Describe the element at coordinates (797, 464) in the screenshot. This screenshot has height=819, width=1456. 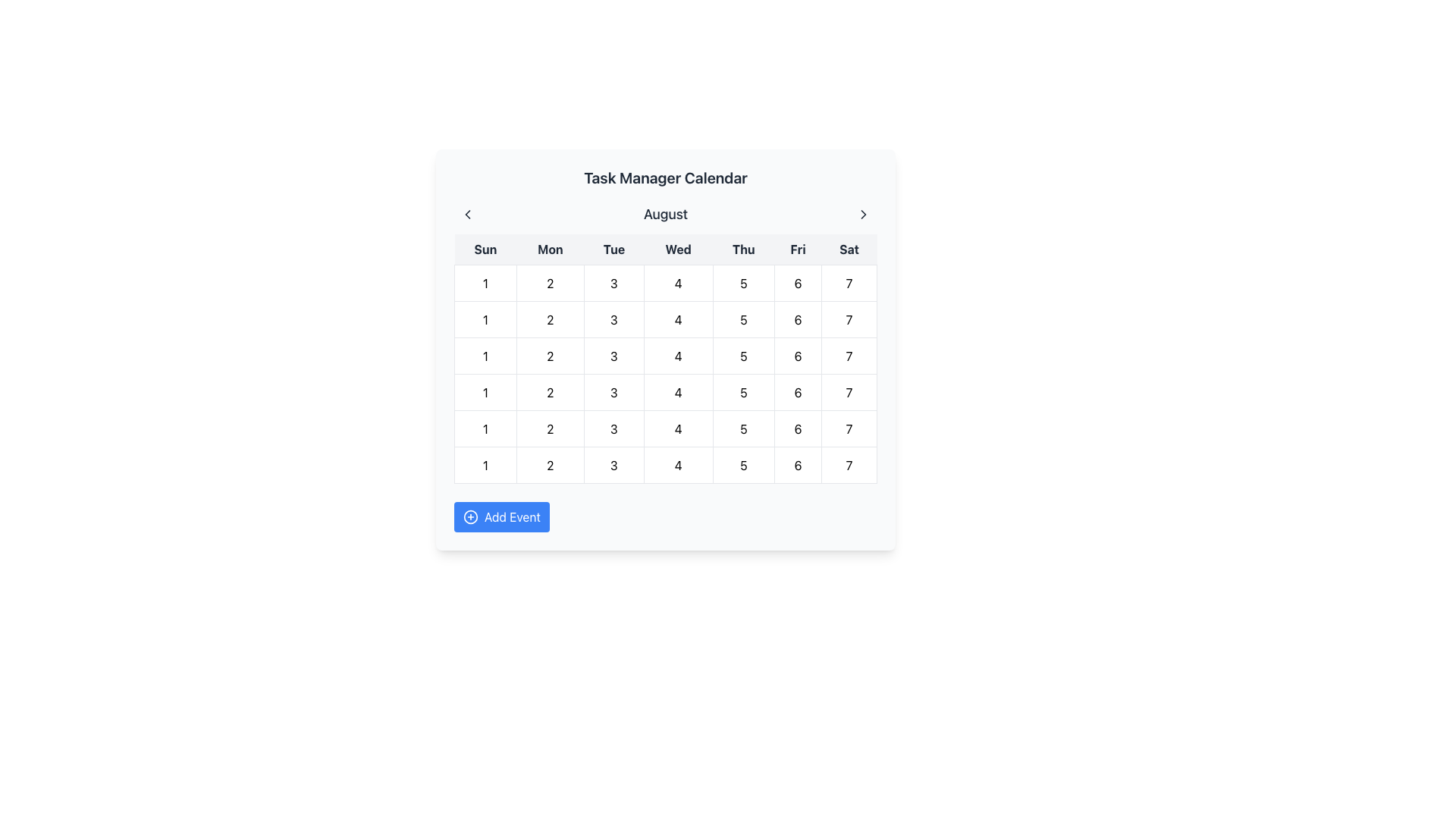
I see `the text element displaying the number '6', located in the bottom row of the grid in the fifth row and sixth column, to interact with surrounding elements` at that location.